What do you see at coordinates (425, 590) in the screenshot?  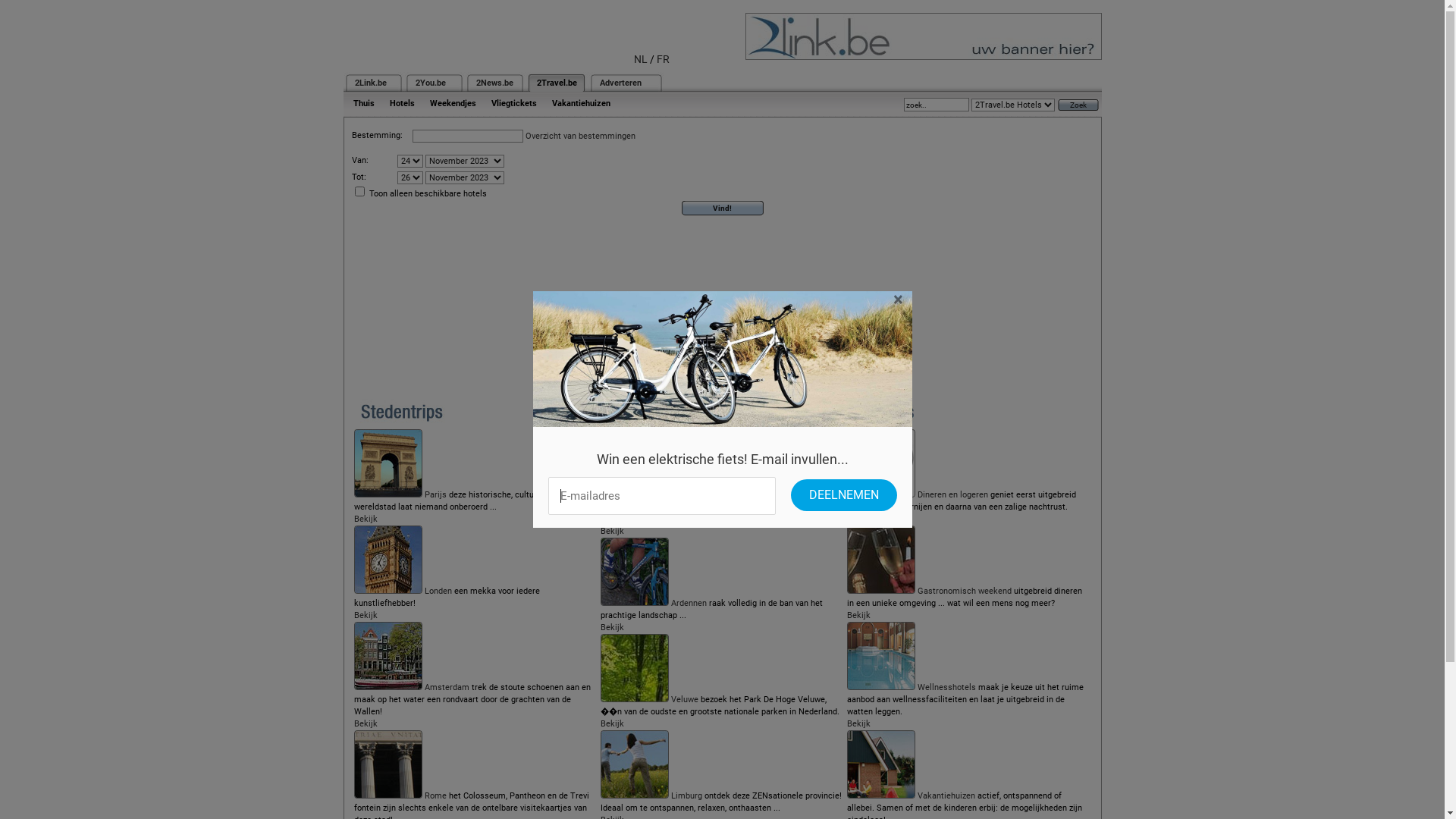 I see `'Londen'` at bounding box center [425, 590].